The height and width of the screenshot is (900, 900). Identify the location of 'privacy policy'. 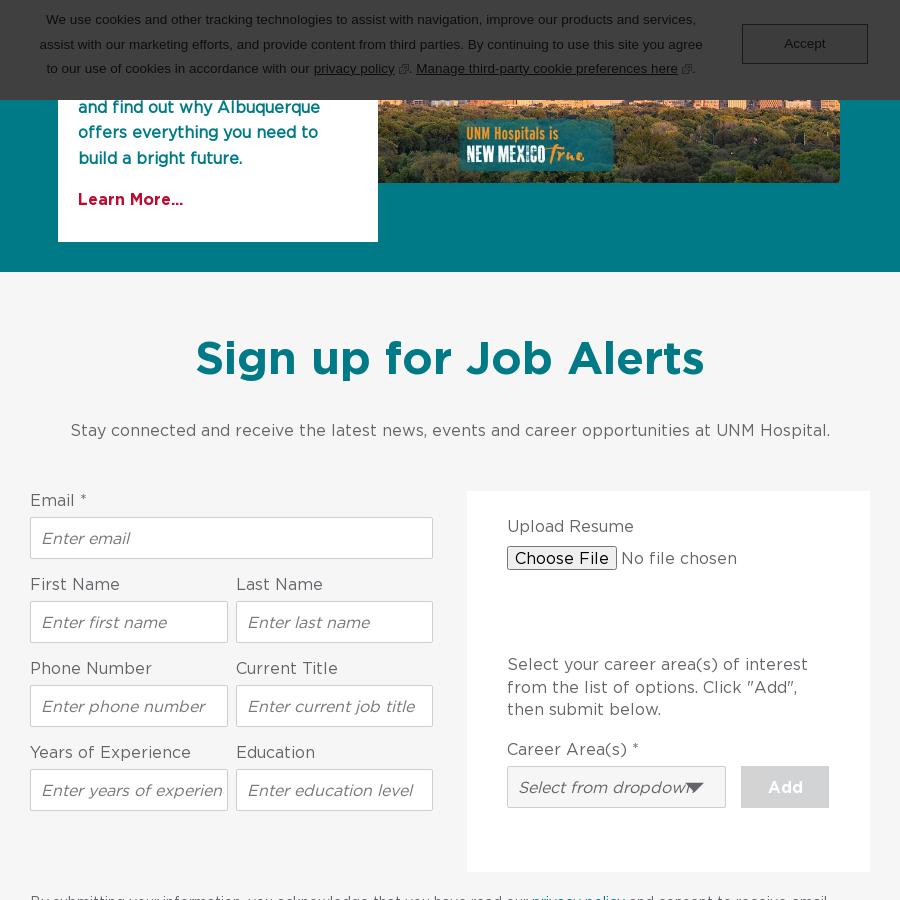
(353, 66).